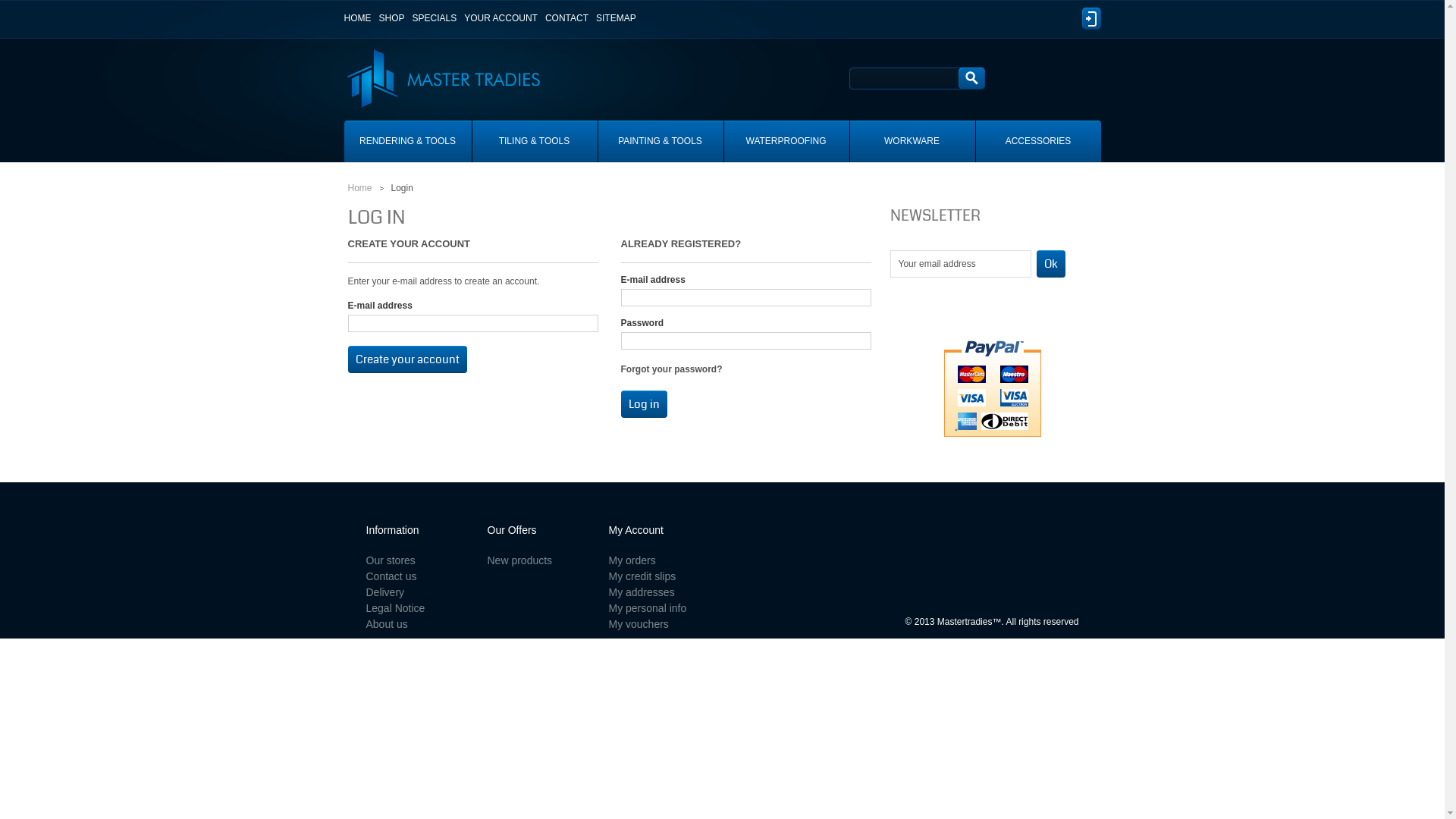 This screenshot has width=1456, height=819. What do you see at coordinates (384, 591) in the screenshot?
I see `'Delivery'` at bounding box center [384, 591].